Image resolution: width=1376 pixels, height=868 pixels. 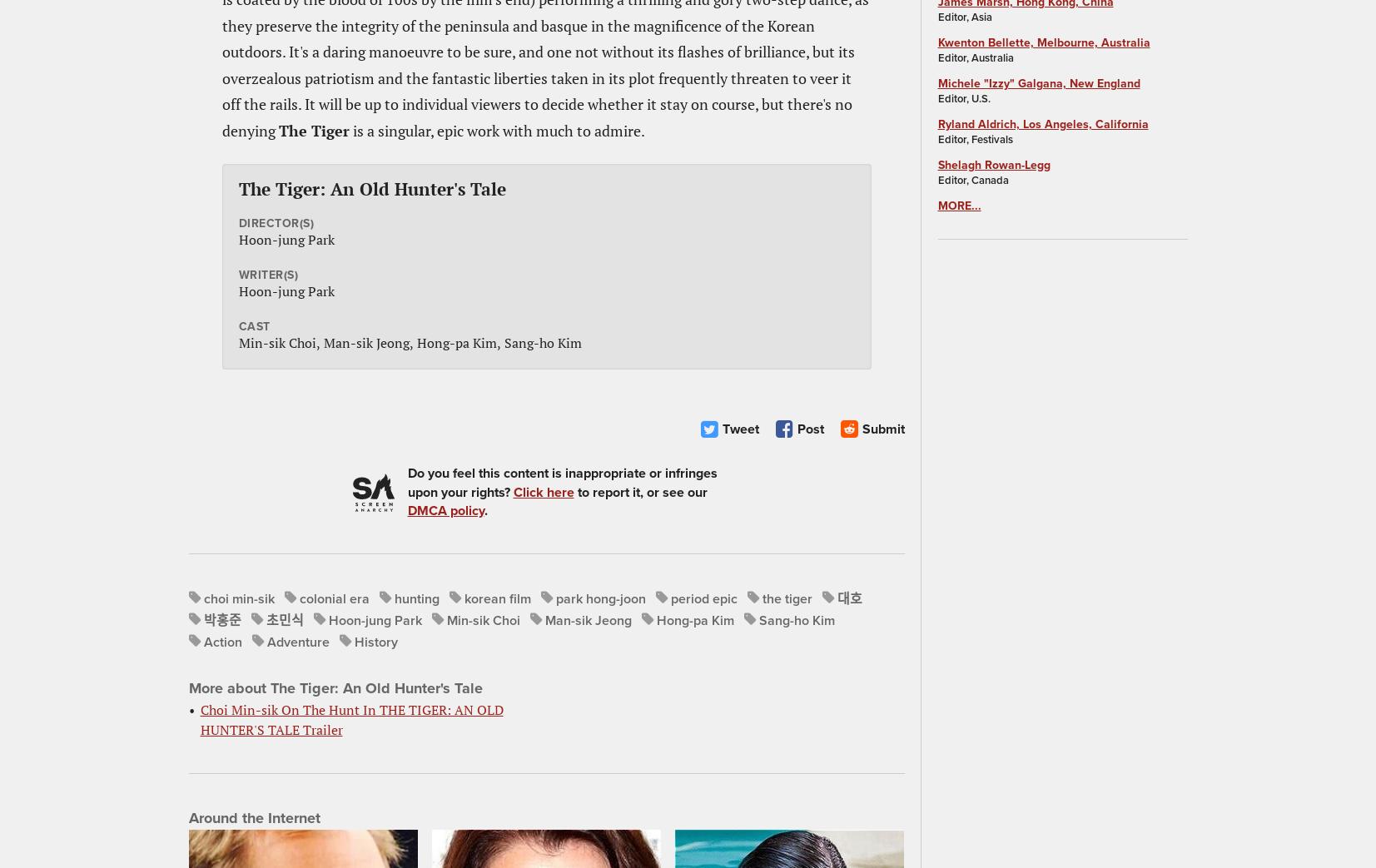 What do you see at coordinates (199, 719) in the screenshot?
I see `'Choi Min-sik On The Hunt In THE TIGER: AN OLD HUNTER'S TALE Trailer'` at bounding box center [199, 719].